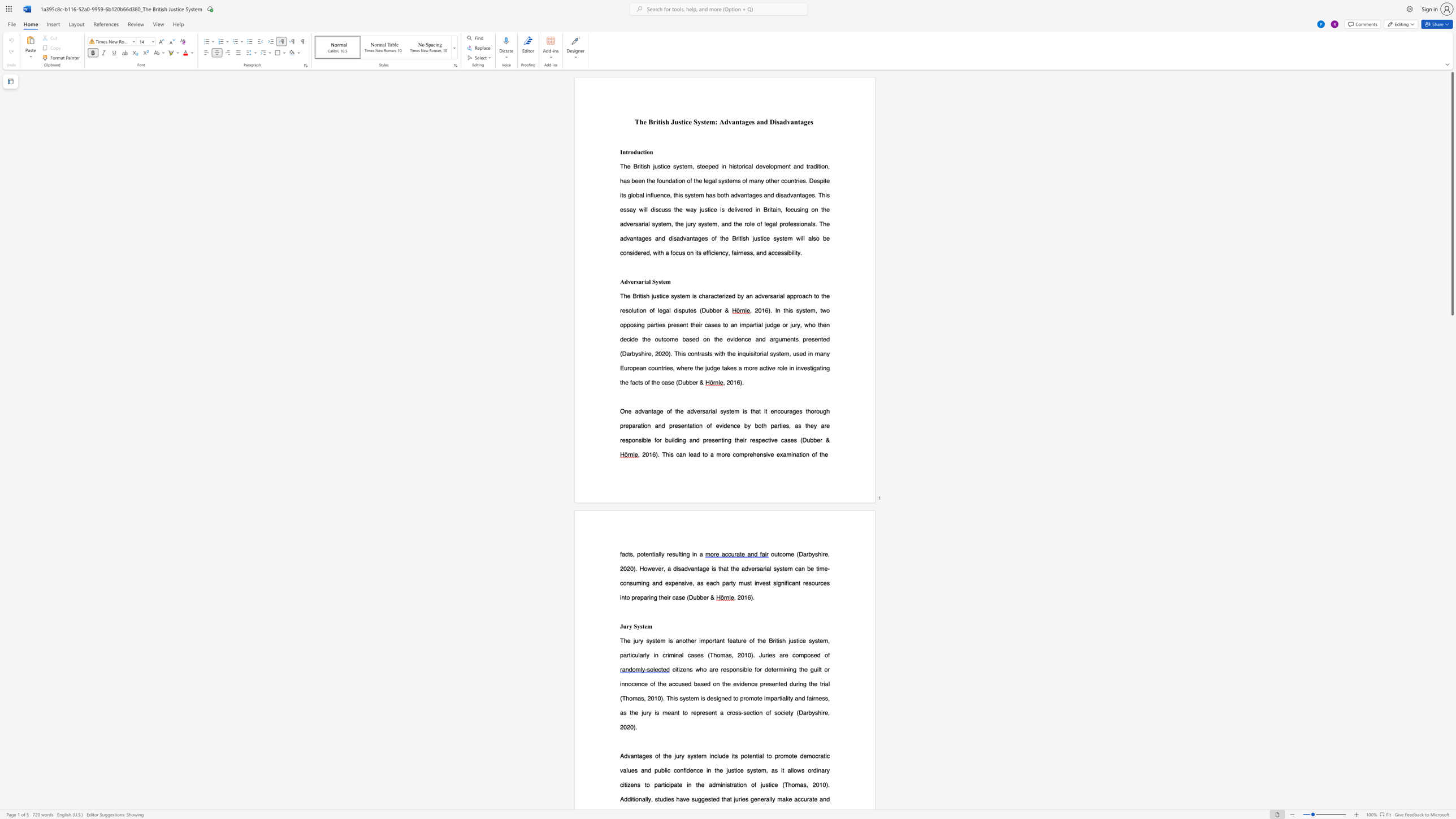  I want to click on the subset text "ste" within the text "Adversarial System", so click(658, 281).